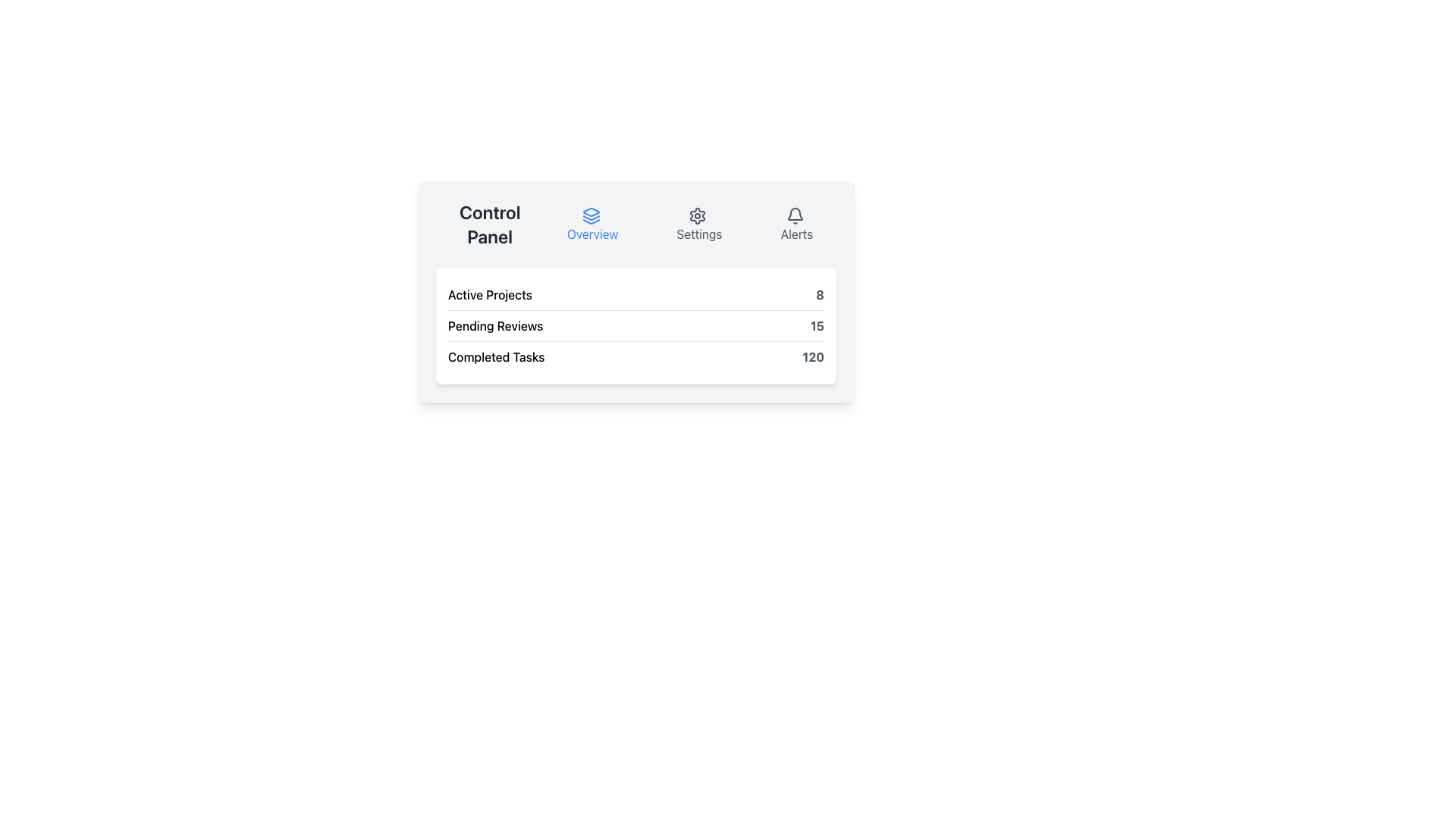  I want to click on the 'Alerts' button with a bell icon located in the horizontal navigation bar, so click(796, 224).